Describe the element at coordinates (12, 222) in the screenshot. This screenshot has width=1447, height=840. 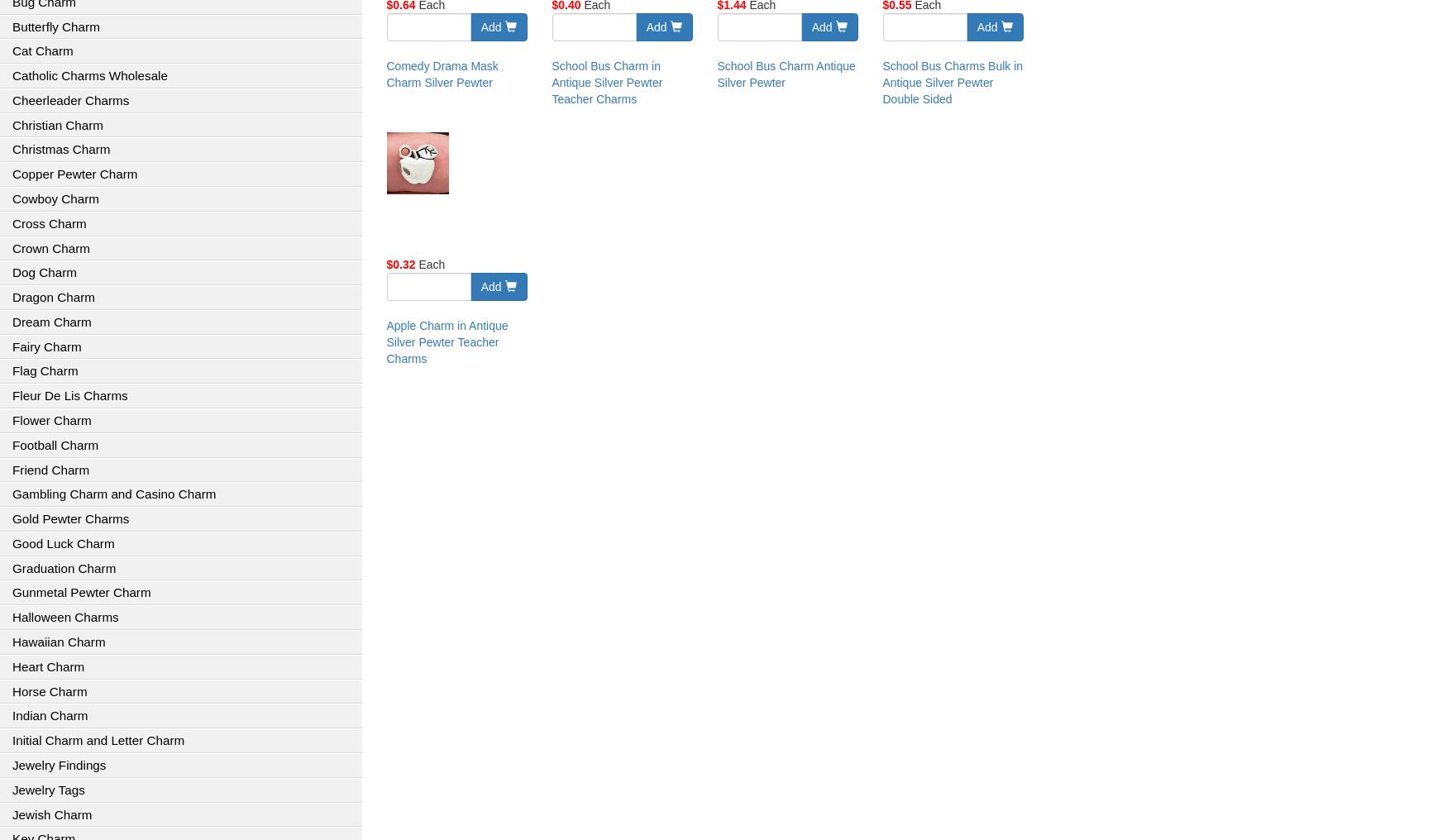
I see `'Cross Charm'` at that location.